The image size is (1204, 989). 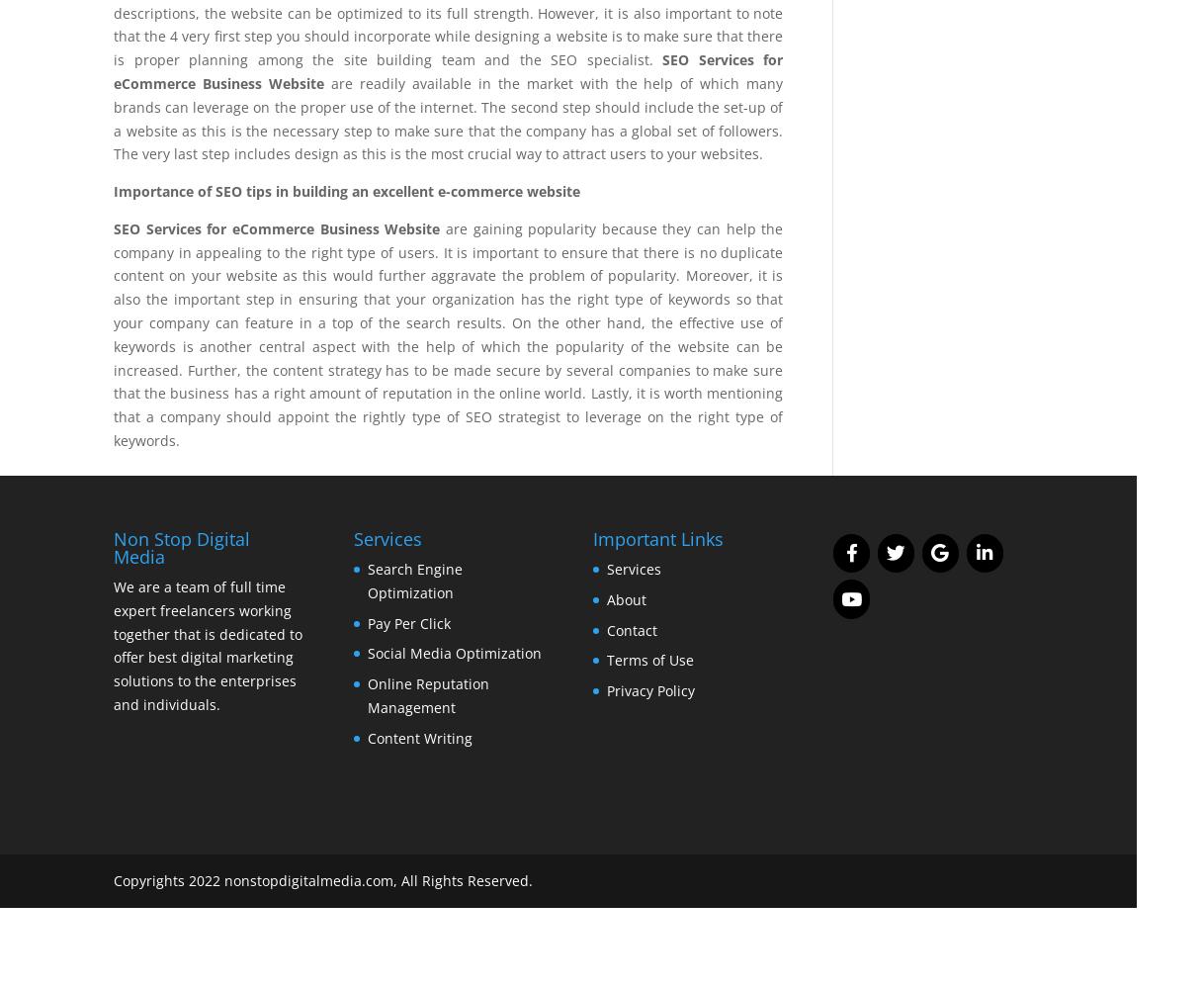 What do you see at coordinates (367, 694) in the screenshot?
I see `'Online Reputation Management'` at bounding box center [367, 694].